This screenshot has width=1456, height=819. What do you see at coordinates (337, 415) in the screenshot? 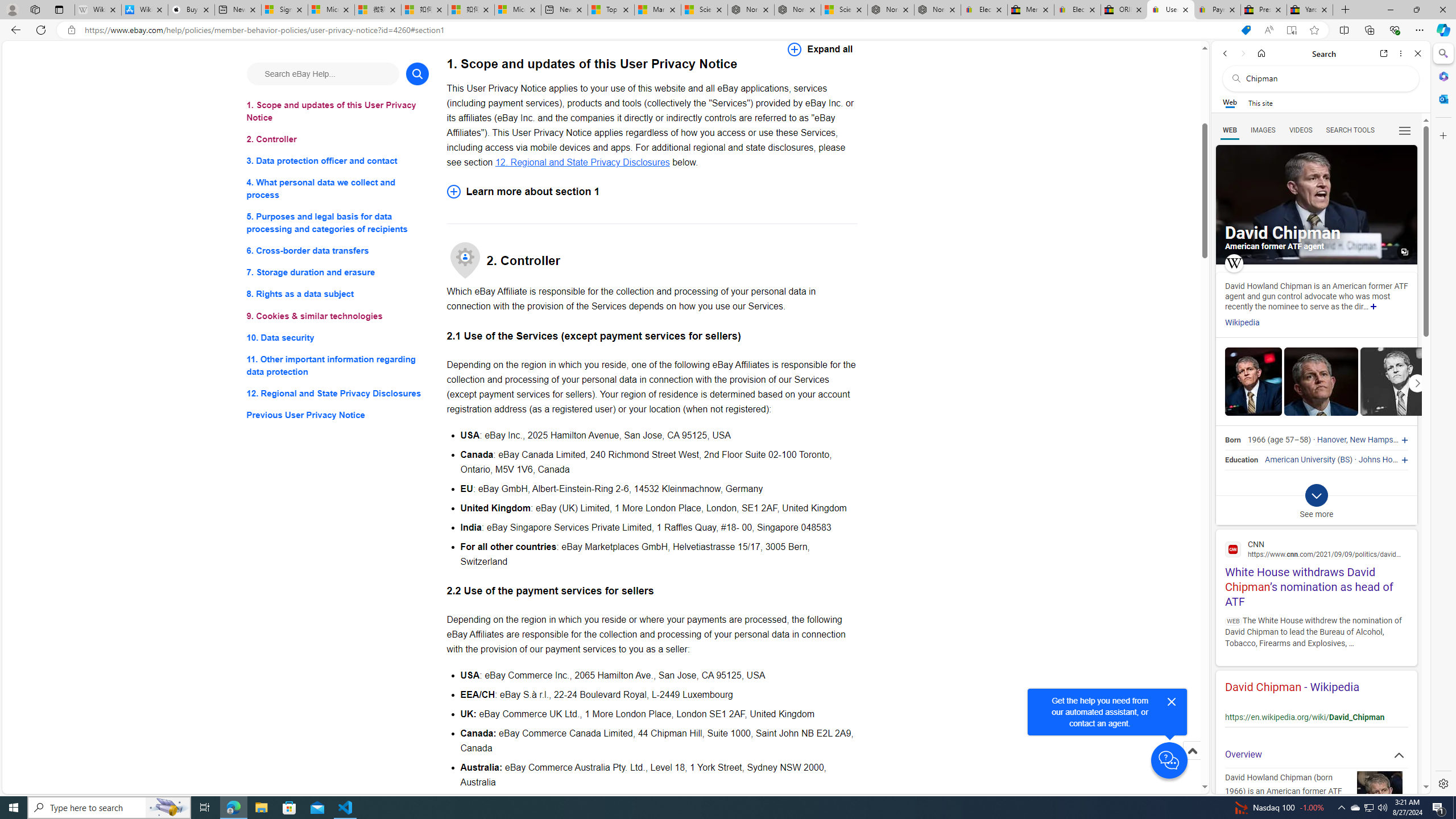
I see `'Previous User Privacy Notice'` at bounding box center [337, 415].